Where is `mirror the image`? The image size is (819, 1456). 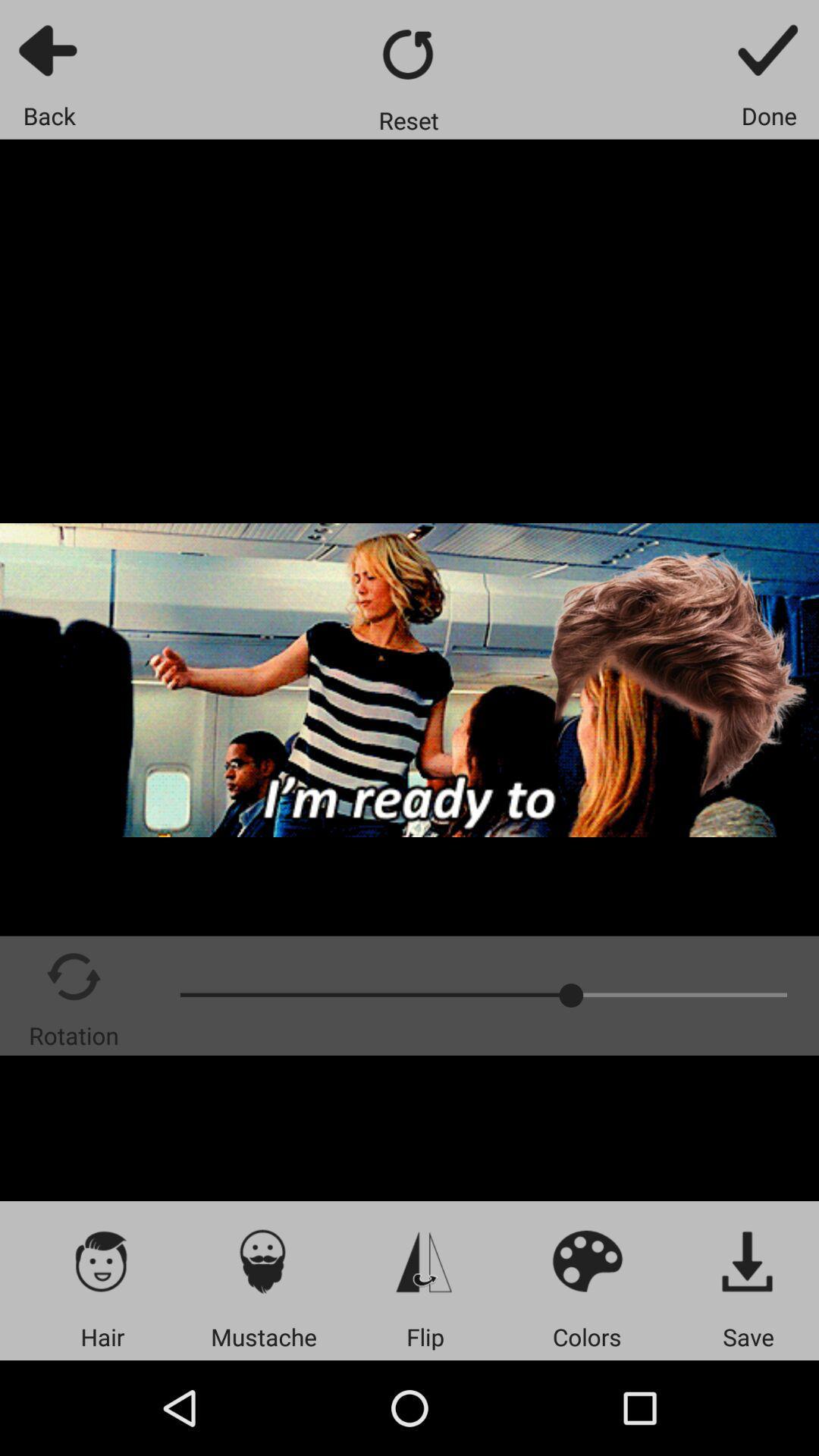 mirror the image is located at coordinates (425, 1260).